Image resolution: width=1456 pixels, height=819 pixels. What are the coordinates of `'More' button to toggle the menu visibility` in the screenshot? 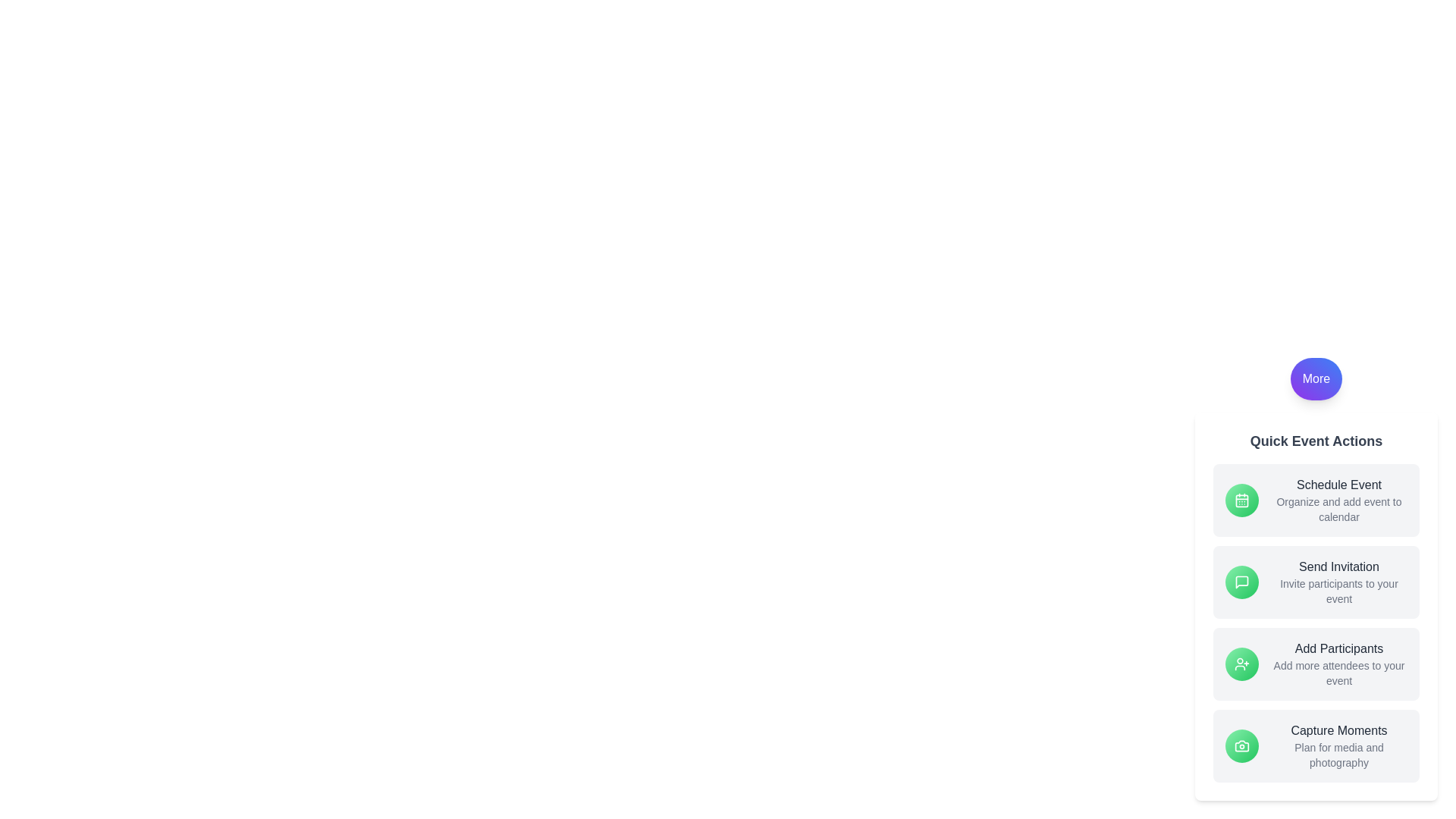 It's located at (1316, 378).